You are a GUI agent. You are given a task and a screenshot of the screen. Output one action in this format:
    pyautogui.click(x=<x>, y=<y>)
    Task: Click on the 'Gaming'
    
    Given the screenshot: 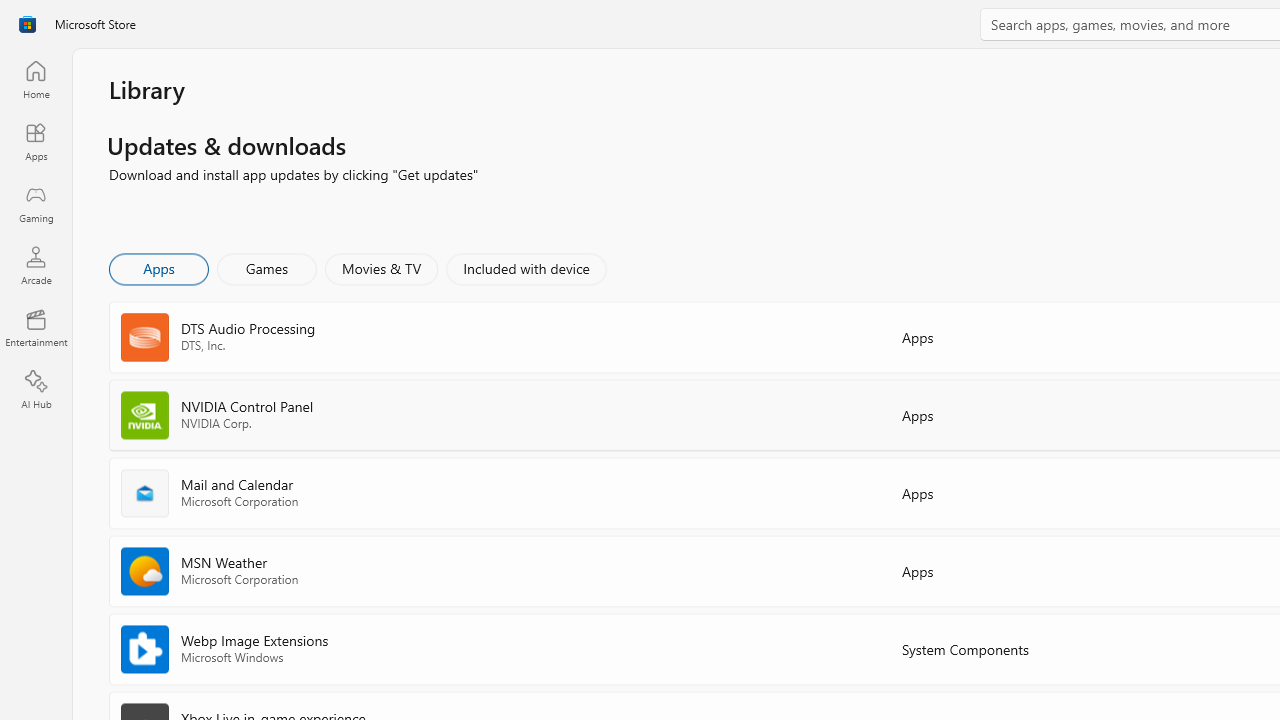 What is the action you would take?
    pyautogui.click(x=35, y=203)
    